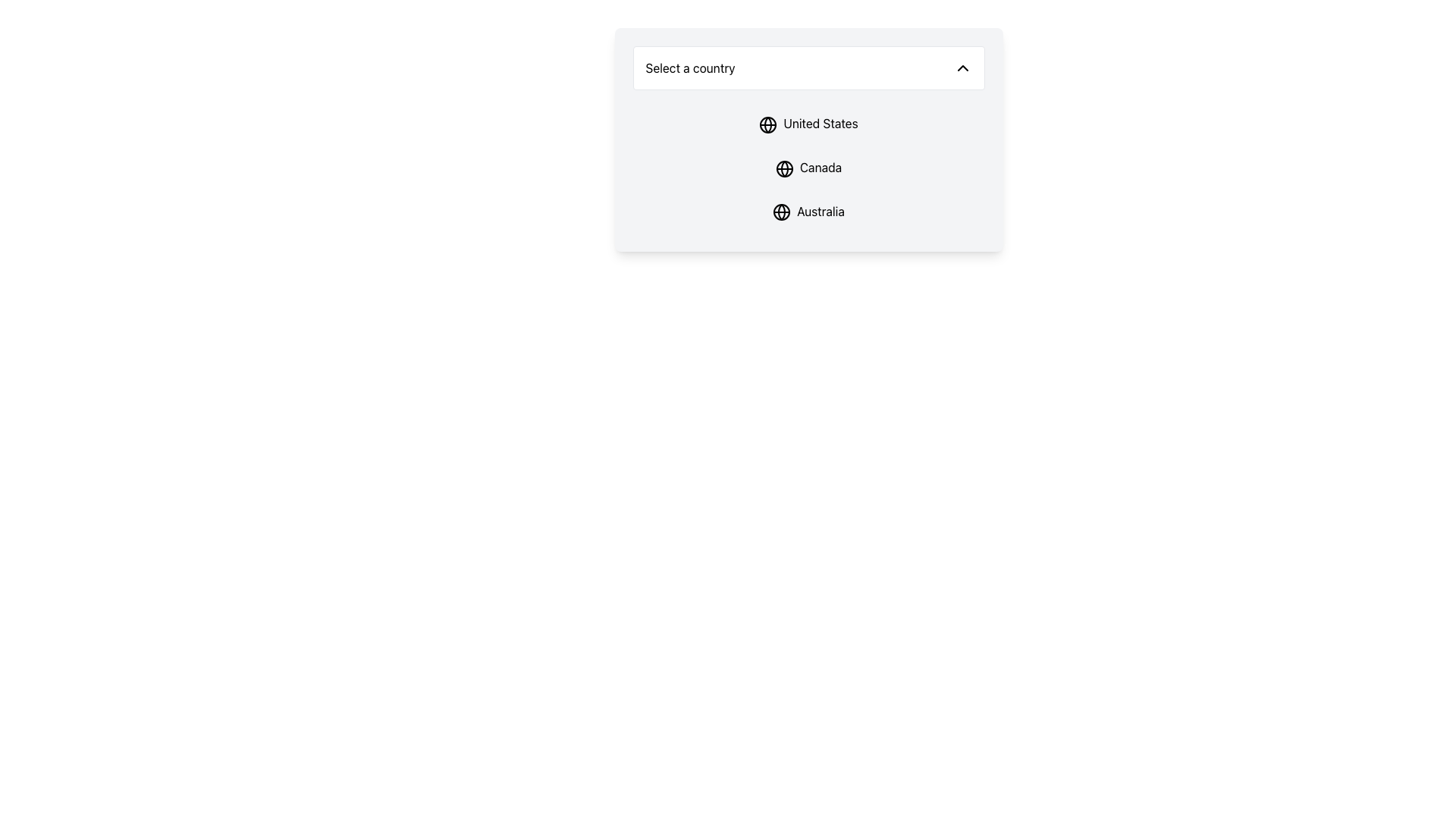  What do you see at coordinates (768, 124) in the screenshot?
I see `the circular globe icon located adjacent to the text 'United States' in the dropdown menu` at bounding box center [768, 124].